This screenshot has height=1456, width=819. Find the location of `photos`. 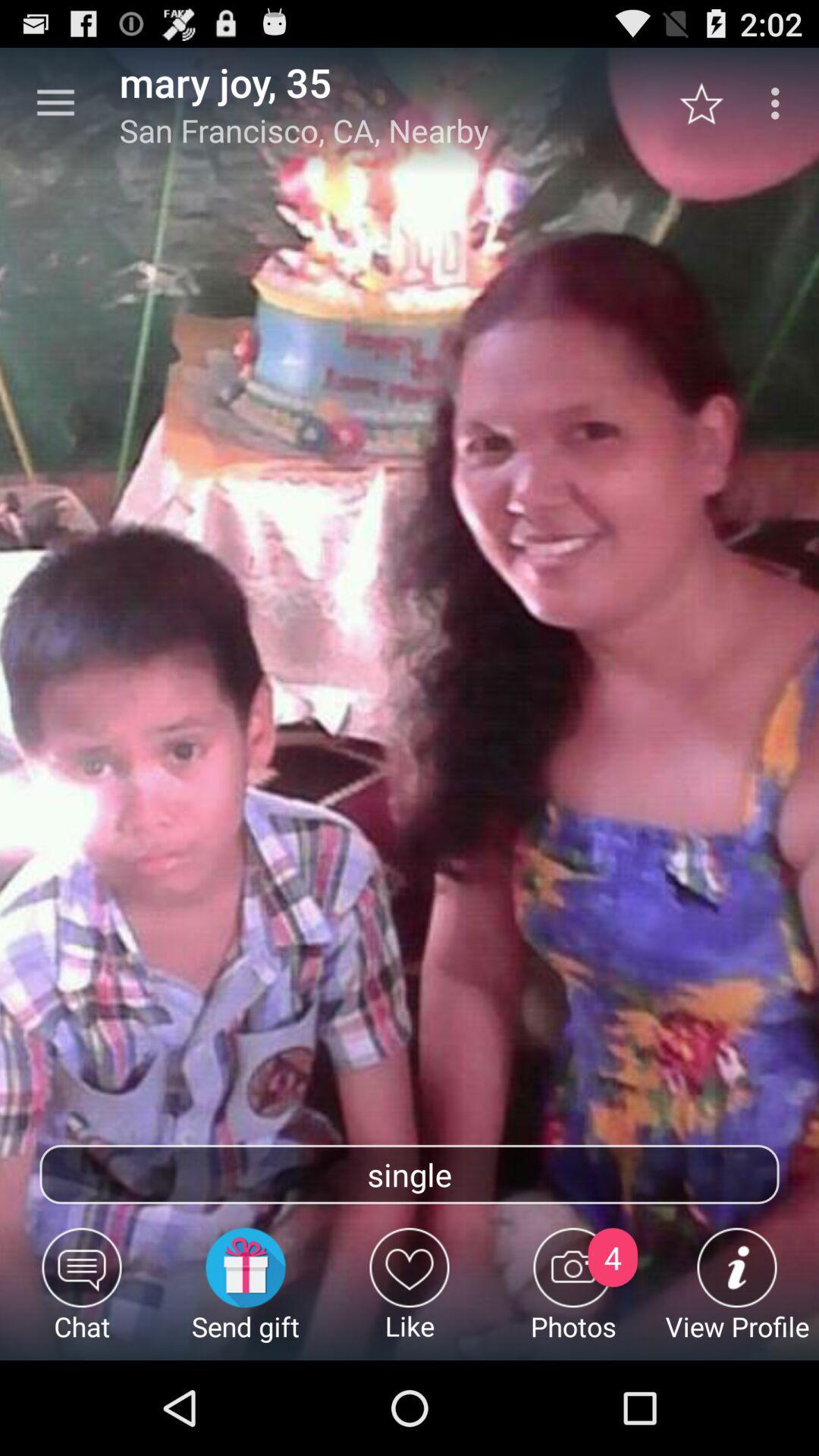

photos is located at coordinates (573, 1293).